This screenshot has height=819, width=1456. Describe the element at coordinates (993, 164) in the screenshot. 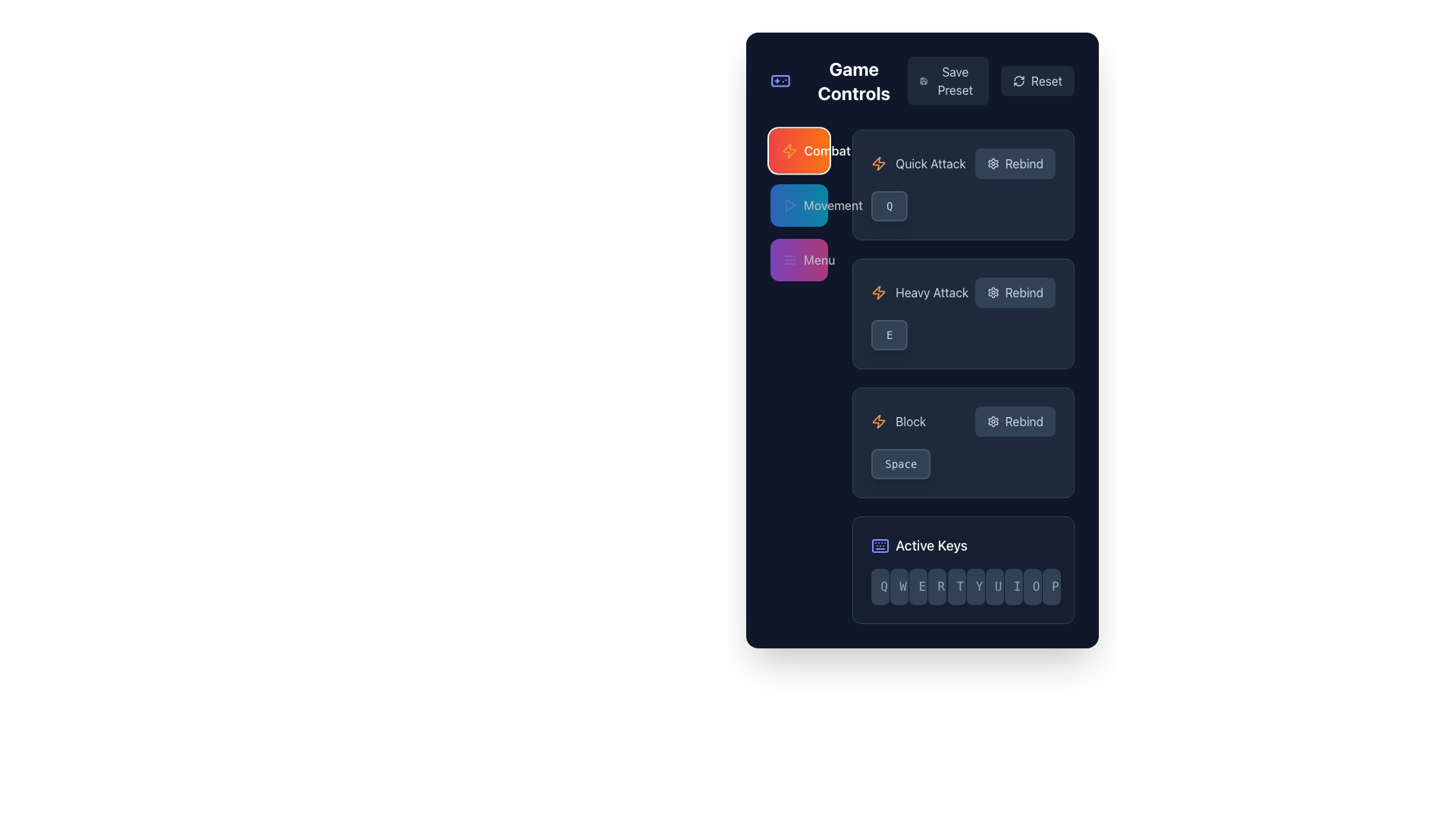

I see `the icon button adjacent to the text label 'Rebind'` at that location.